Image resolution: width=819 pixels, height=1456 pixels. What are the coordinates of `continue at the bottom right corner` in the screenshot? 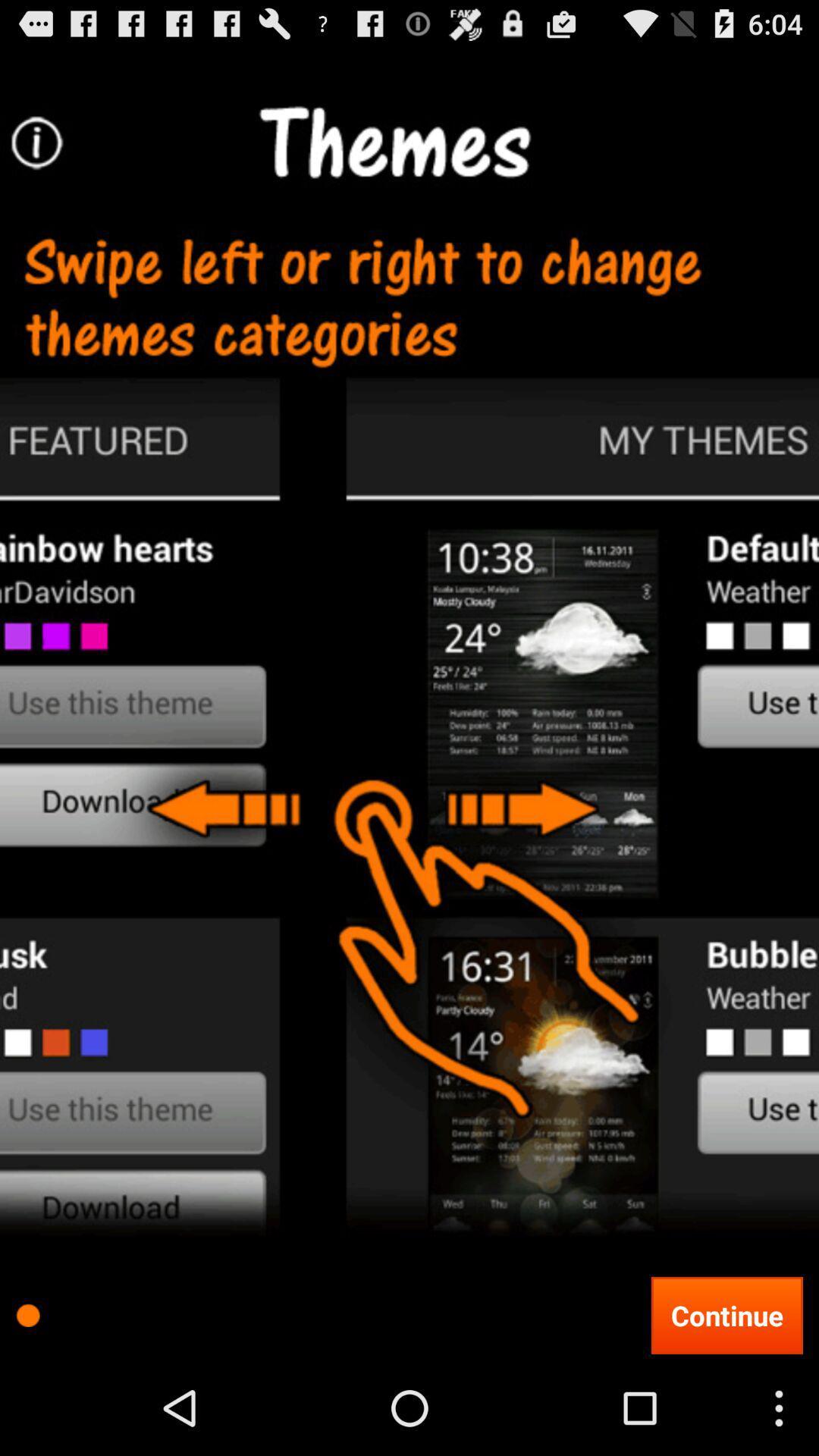 It's located at (726, 1314).